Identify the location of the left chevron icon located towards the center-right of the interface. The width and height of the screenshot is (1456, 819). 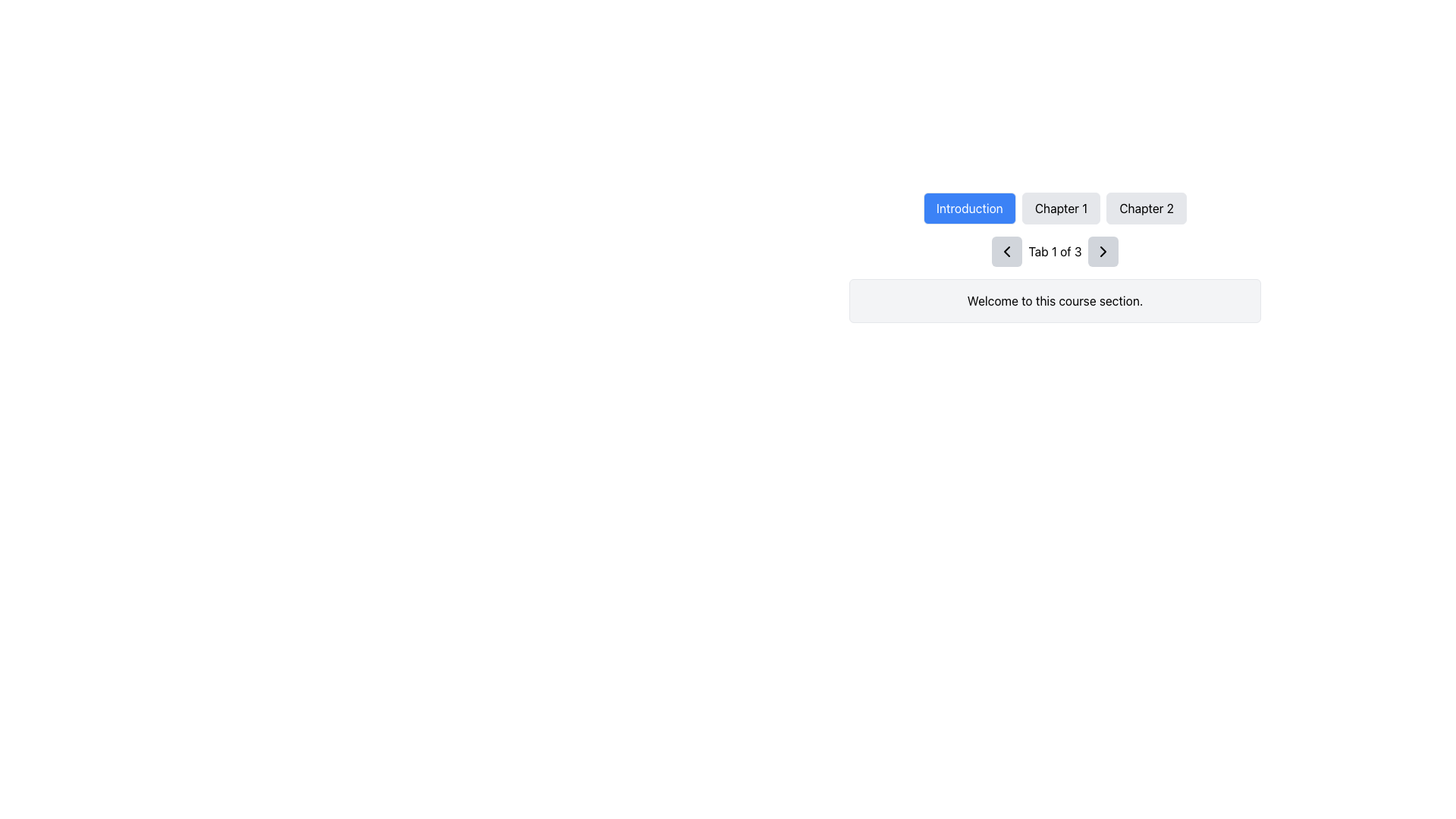
(1007, 250).